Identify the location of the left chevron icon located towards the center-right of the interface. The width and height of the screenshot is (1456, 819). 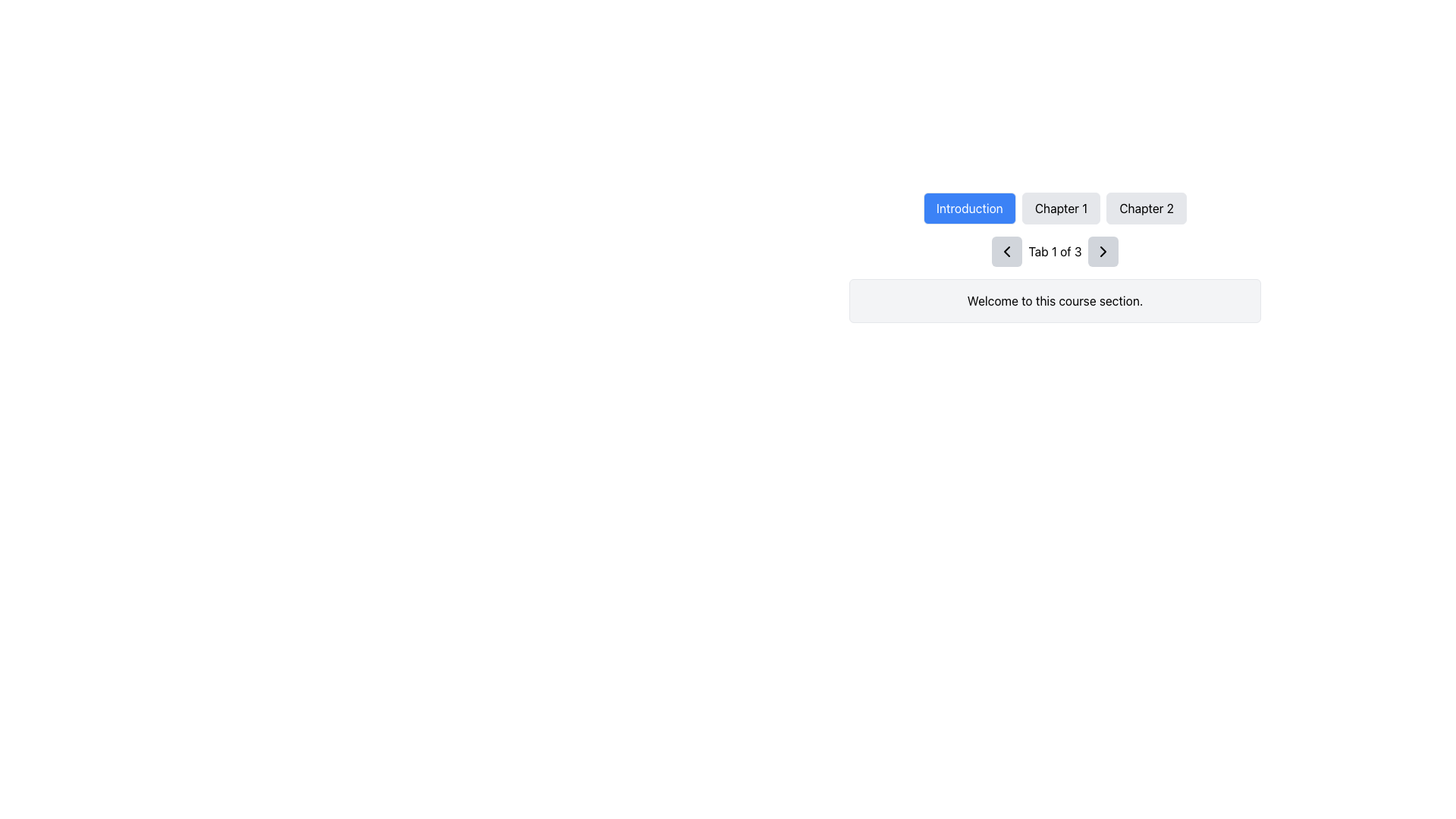
(1007, 250).